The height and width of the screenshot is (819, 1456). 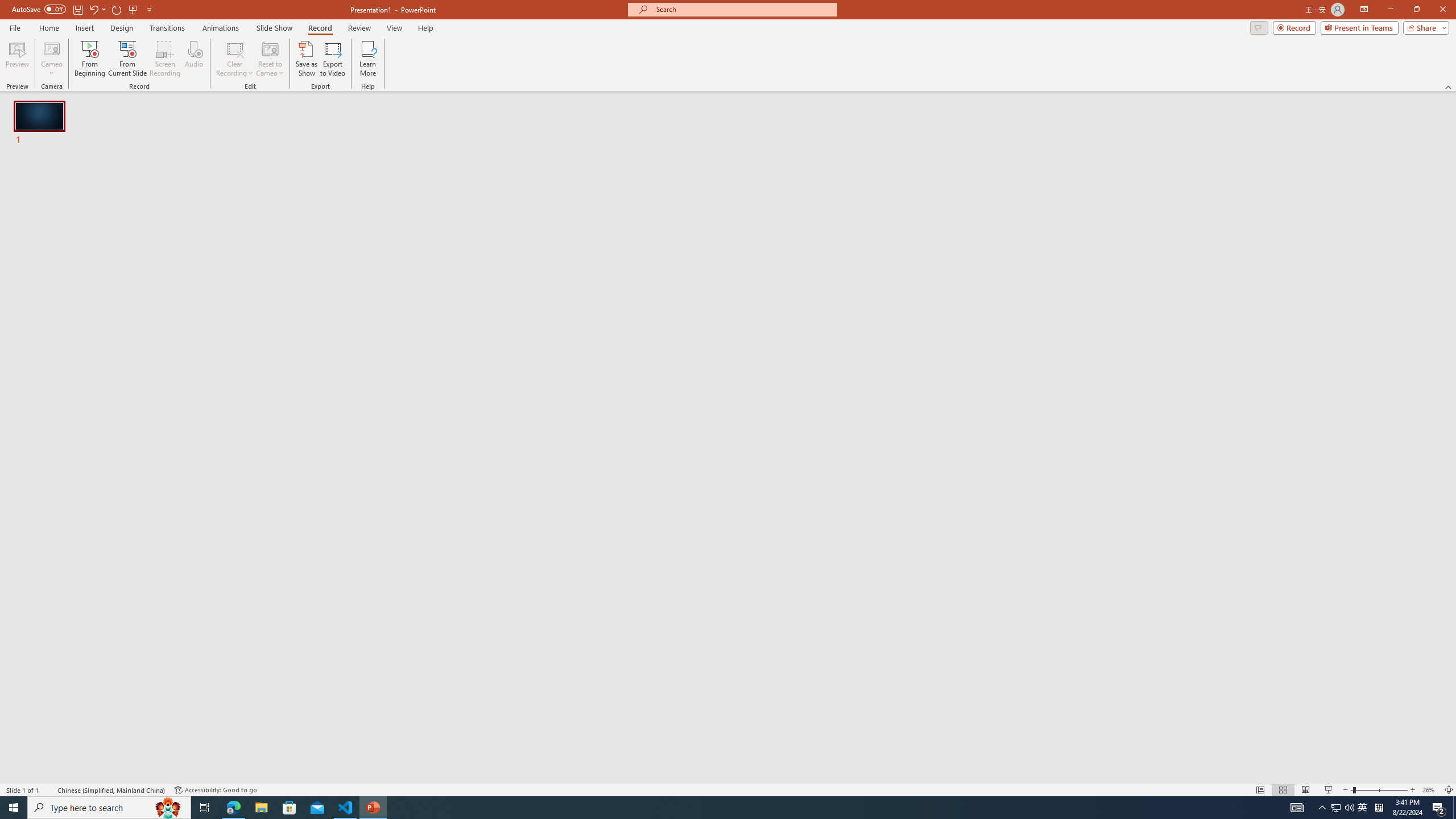 What do you see at coordinates (39, 9) in the screenshot?
I see `'AutoSave'` at bounding box center [39, 9].